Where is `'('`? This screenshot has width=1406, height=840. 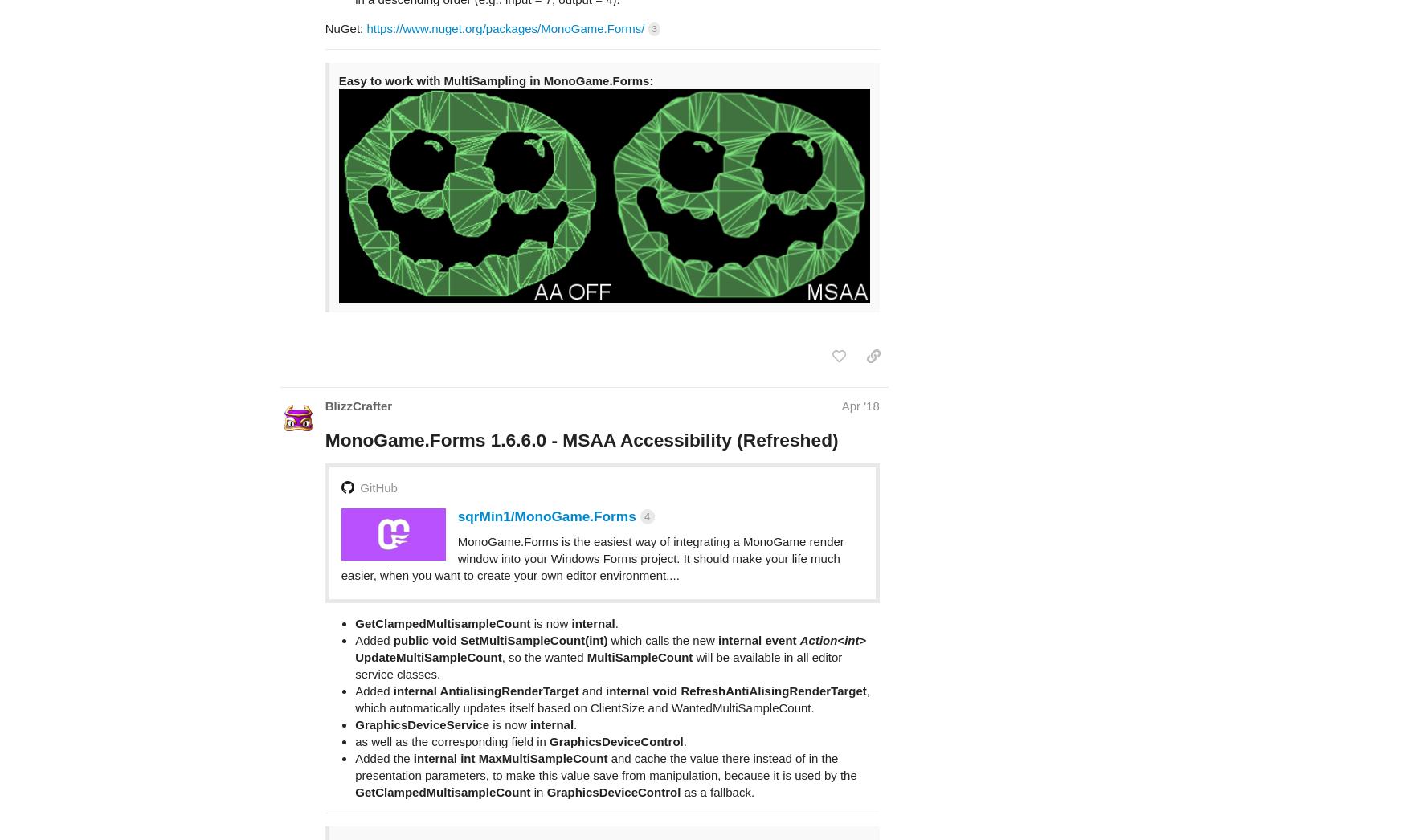
'(' is located at coordinates (580, 826).